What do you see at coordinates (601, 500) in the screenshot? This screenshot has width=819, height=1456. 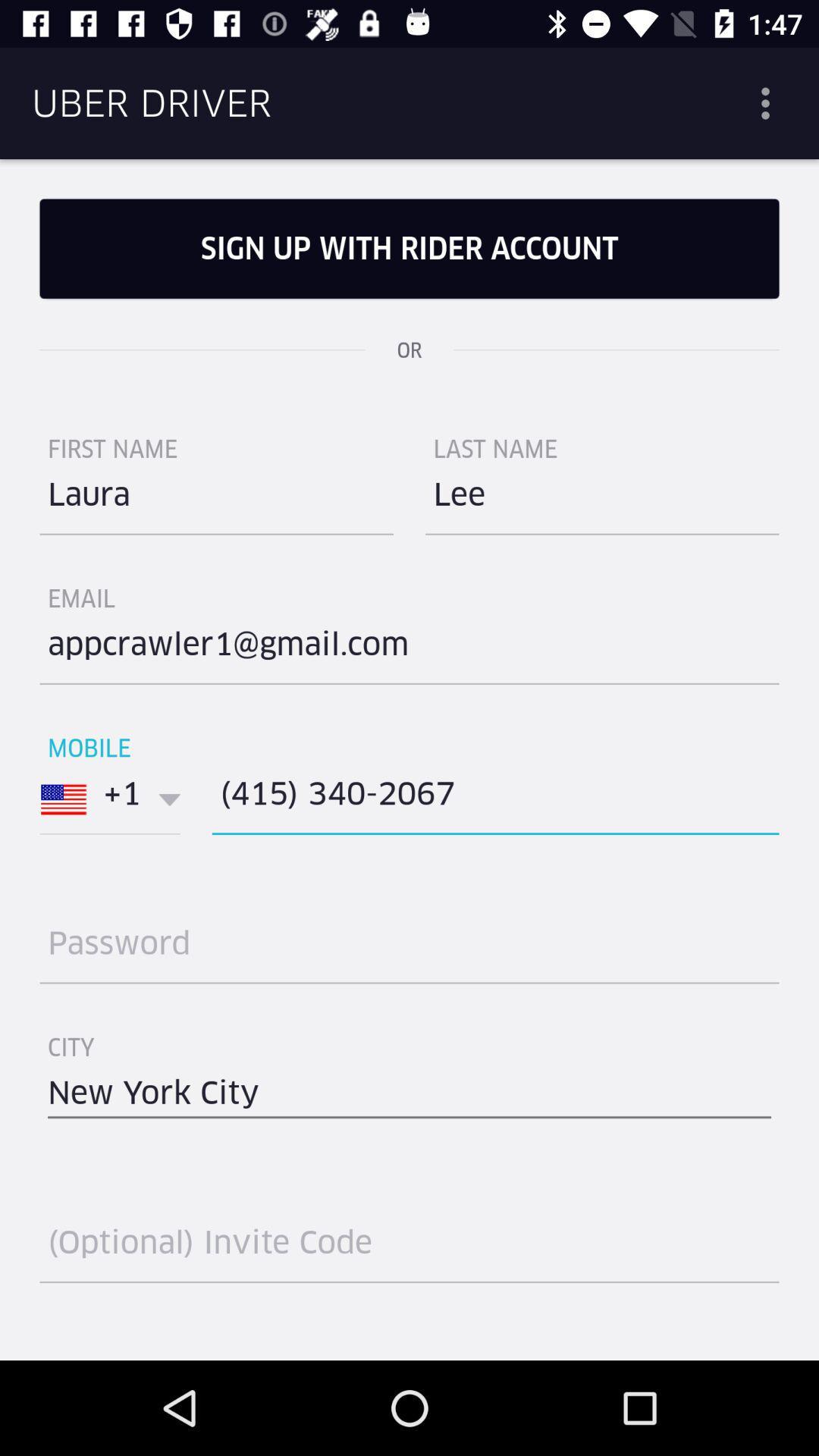 I see `the item below last name` at bounding box center [601, 500].